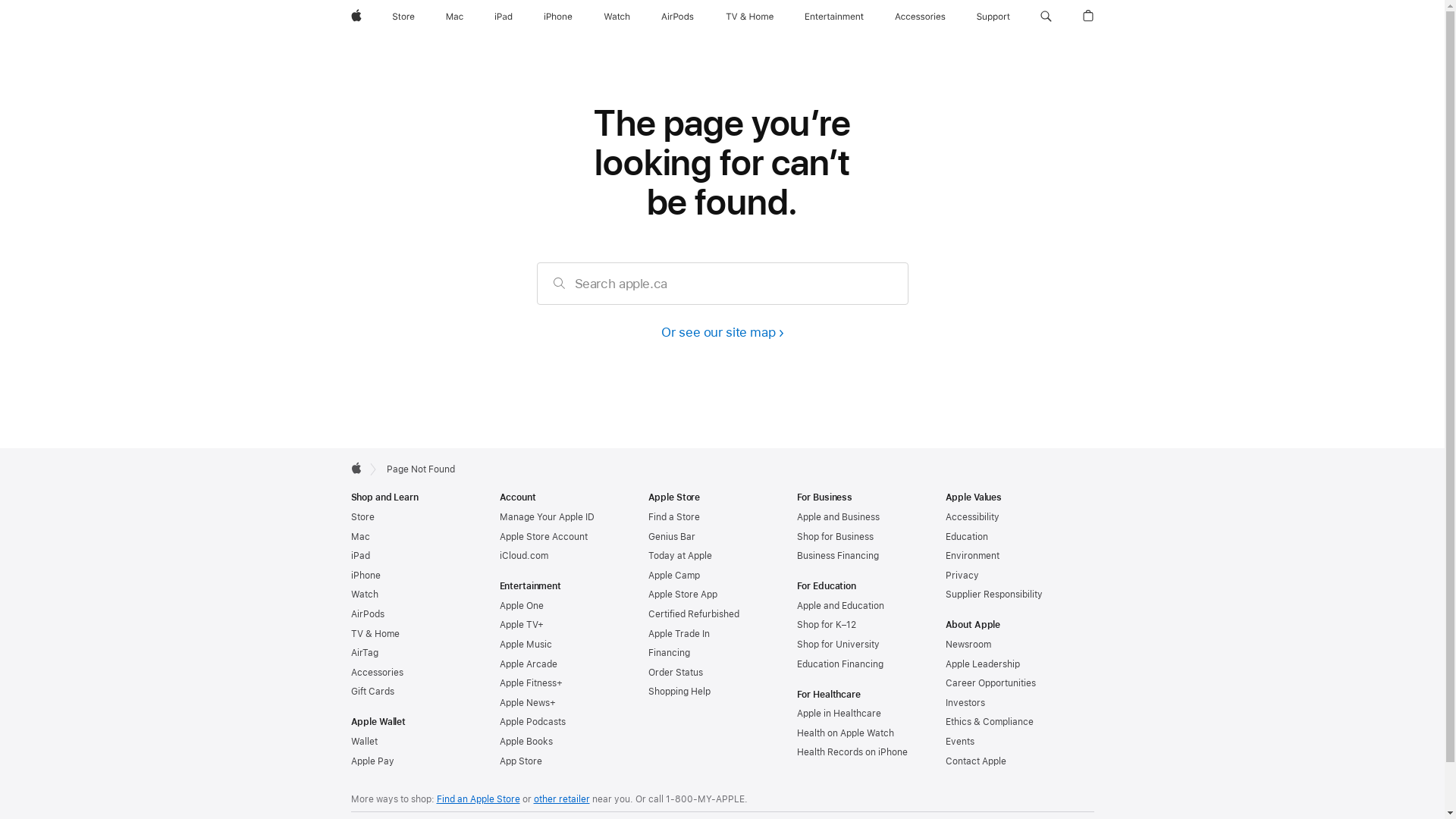 The width and height of the screenshot is (1456, 819). What do you see at coordinates (523, 555) in the screenshot?
I see `'iCloud.com'` at bounding box center [523, 555].